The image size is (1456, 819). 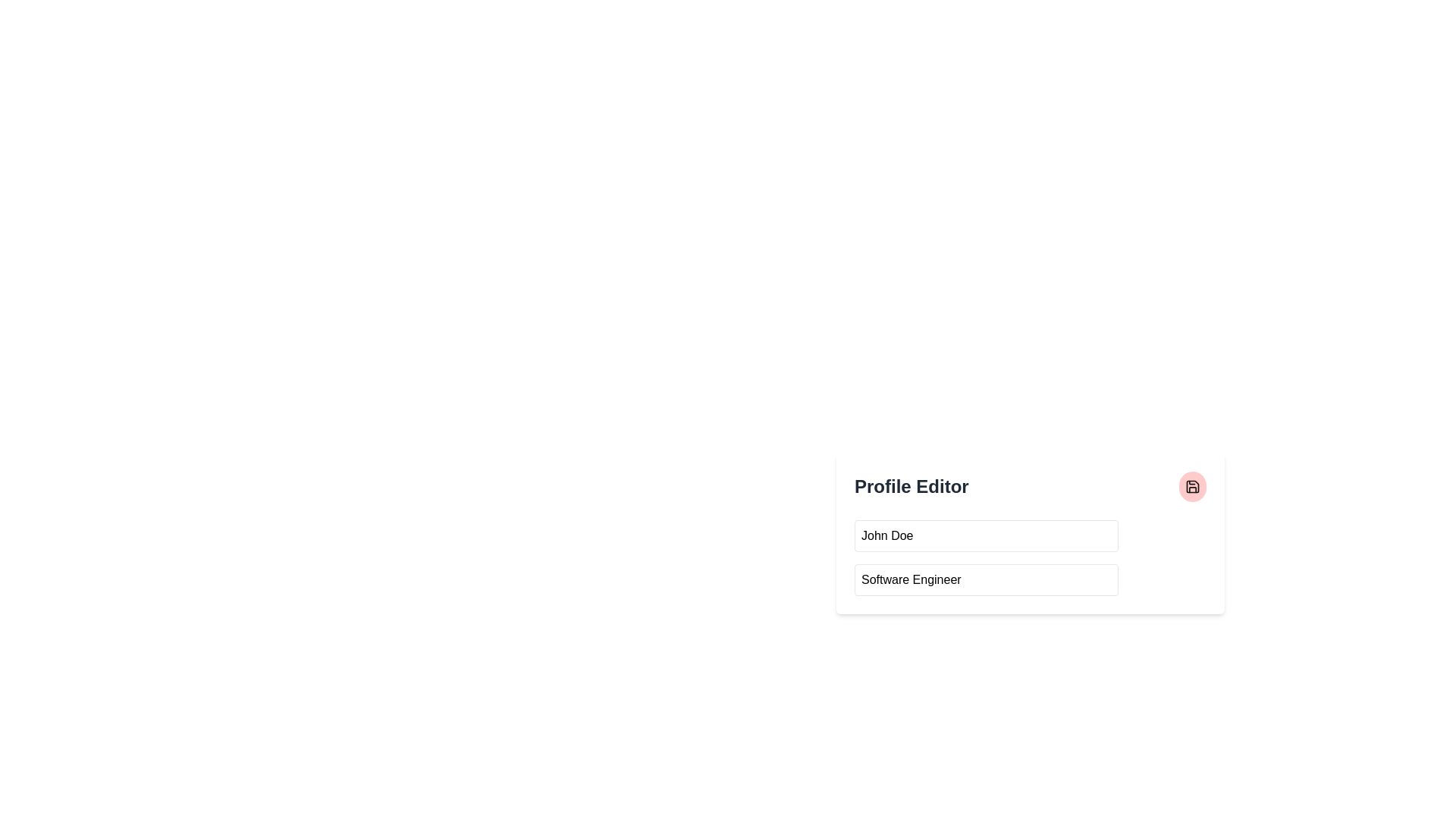 I want to click on the save changes button in the 'Profile Editor' section to observe its hover effects, so click(x=1192, y=486).